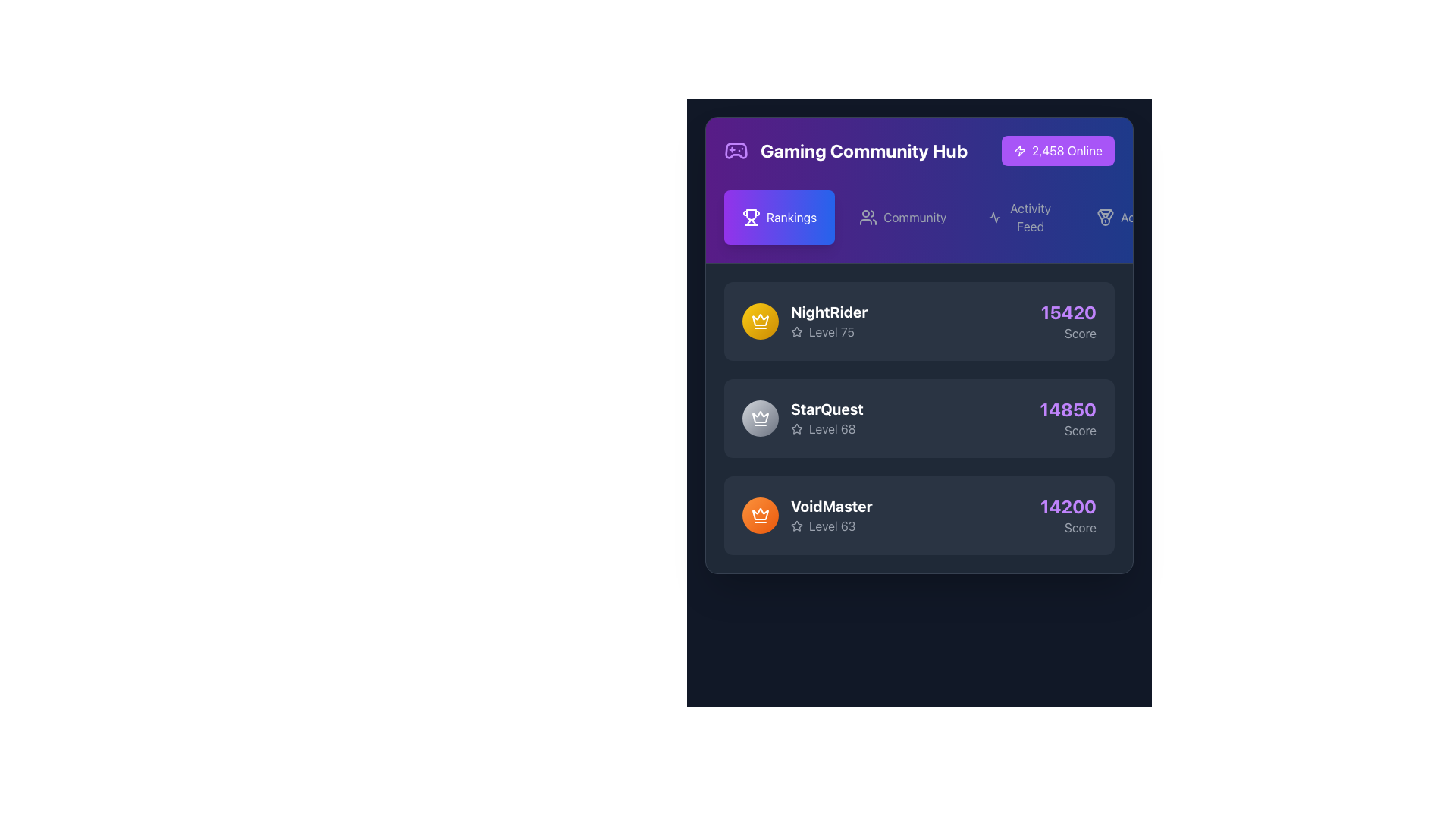 The image size is (1456, 819). What do you see at coordinates (830, 506) in the screenshot?
I see `the Text label displaying 'VoidMaster' in bold, large white font, located in the player information block` at bounding box center [830, 506].